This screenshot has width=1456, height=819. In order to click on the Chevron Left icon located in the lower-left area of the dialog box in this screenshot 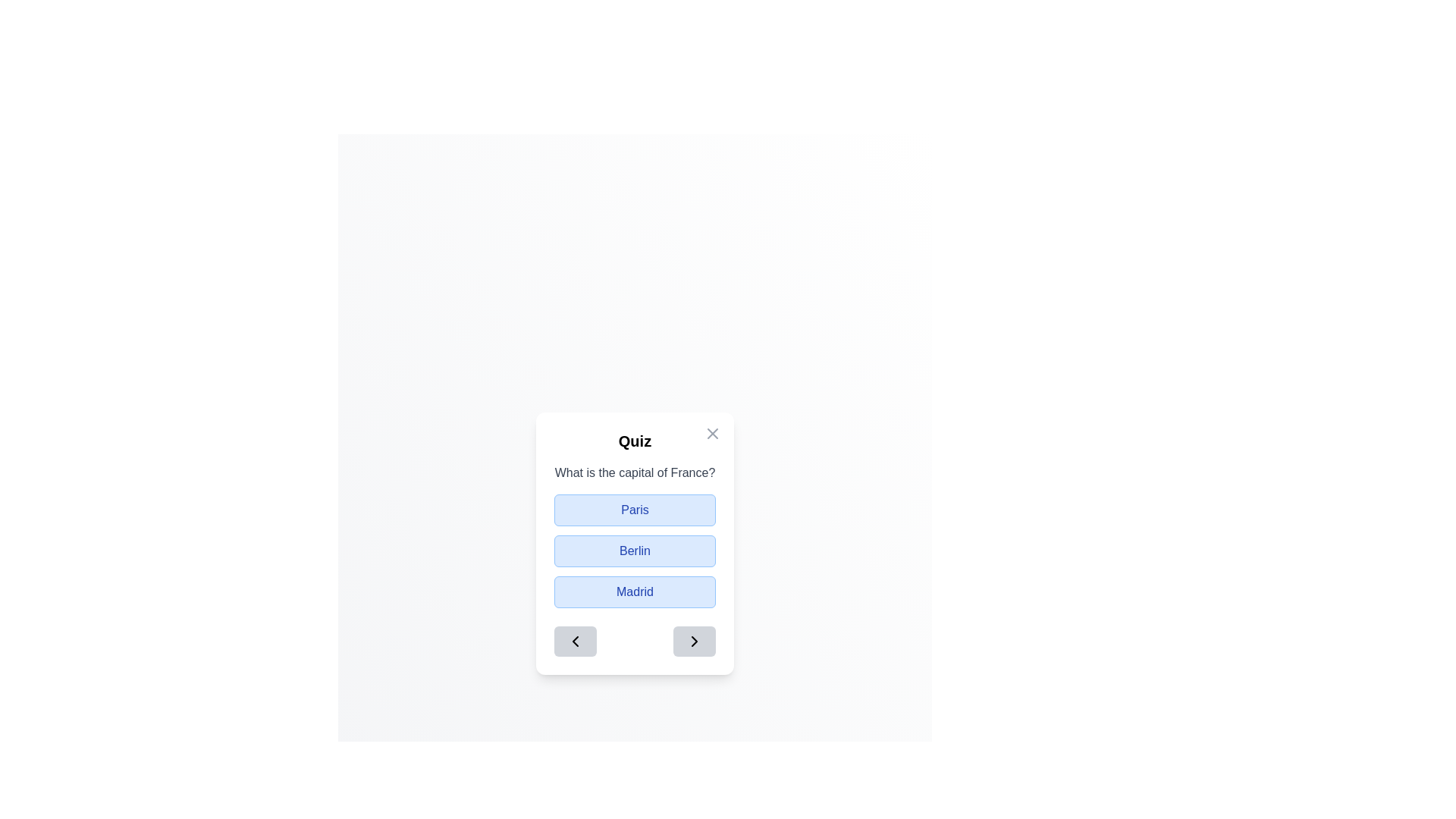, I will do `click(574, 641)`.